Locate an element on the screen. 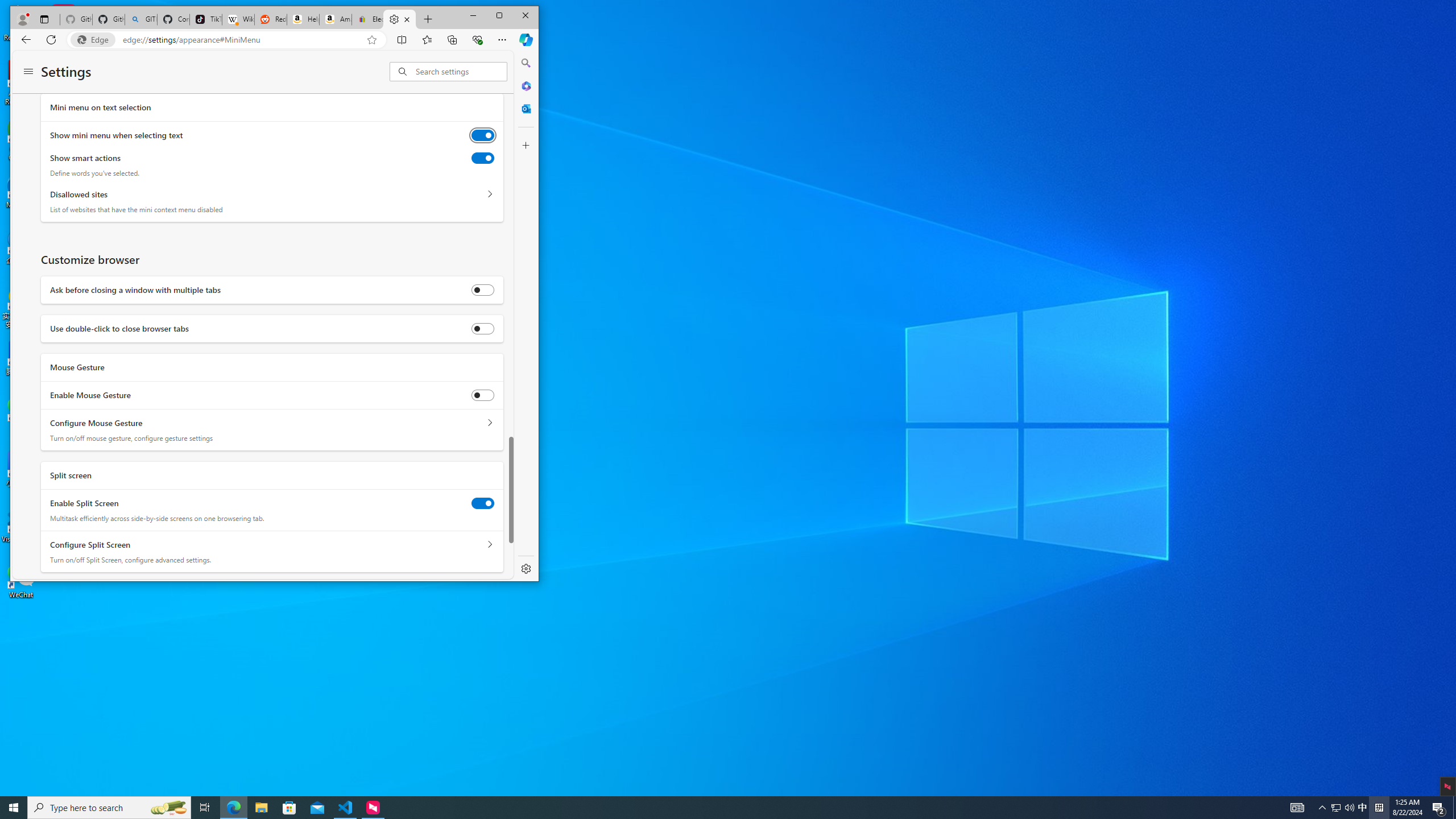 The height and width of the screenshot is (819, 1456). 'Settings menu' is located at coordinates (27, 72).